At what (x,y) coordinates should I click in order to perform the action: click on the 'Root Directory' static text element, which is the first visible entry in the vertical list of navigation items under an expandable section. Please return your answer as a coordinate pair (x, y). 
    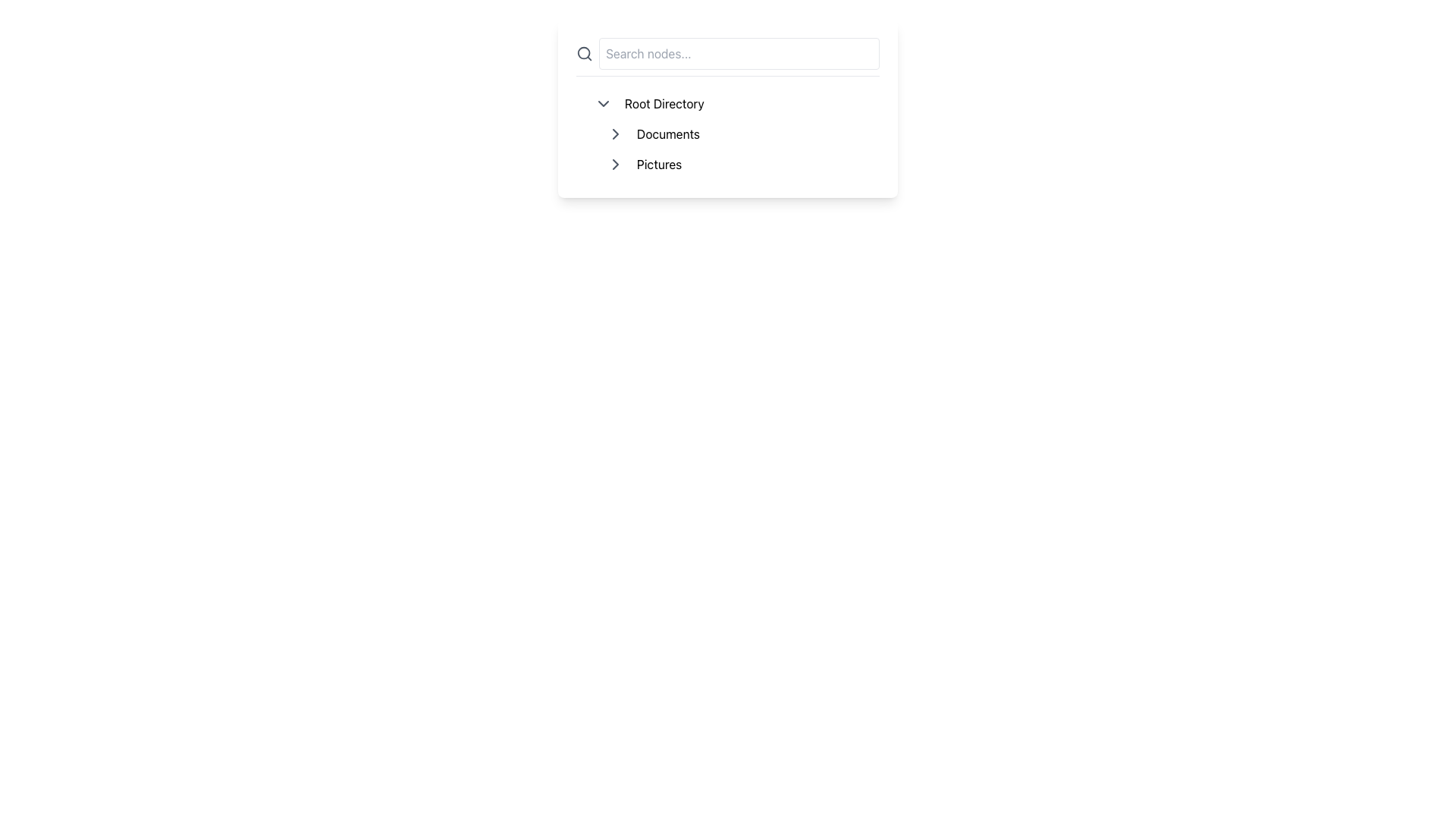
    Looking at the image, I should click on (664, 103).